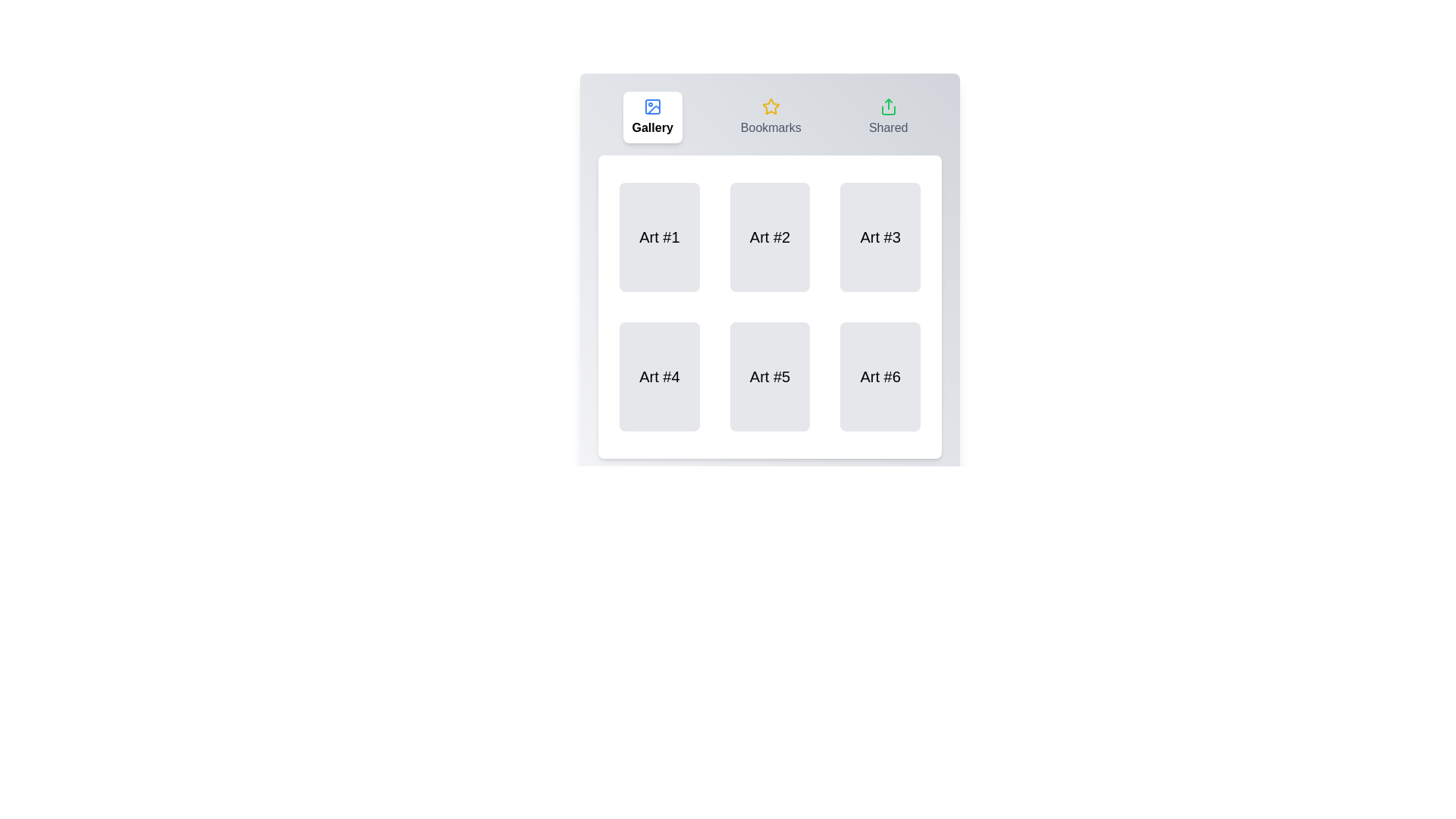 The width and height of the screenshot is (1456, 819). I want to click on the Shared tab label to interact, so click(888, 116).